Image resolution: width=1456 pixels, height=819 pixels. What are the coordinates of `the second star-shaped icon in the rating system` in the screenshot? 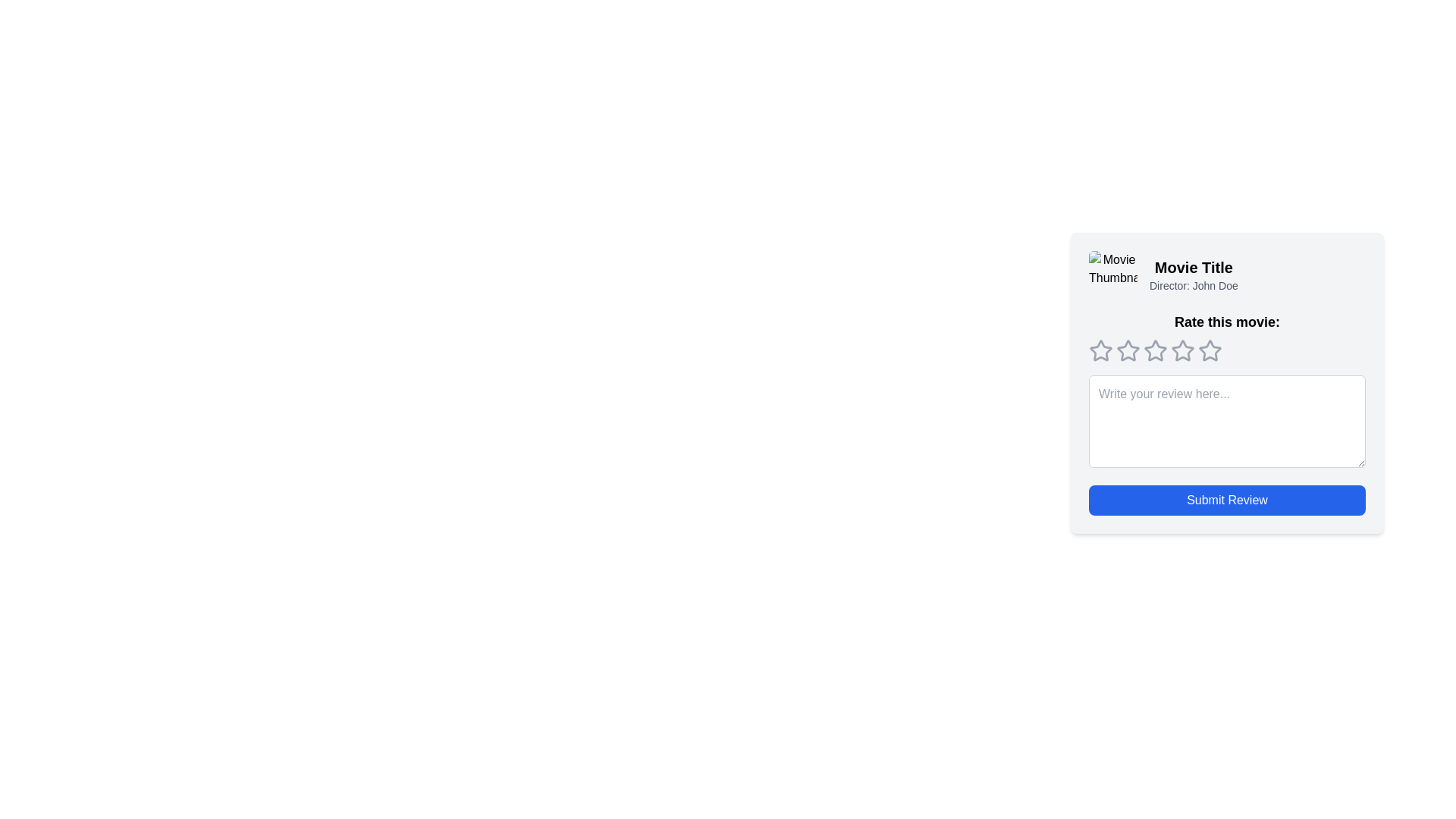 It's located at (1154, 350).